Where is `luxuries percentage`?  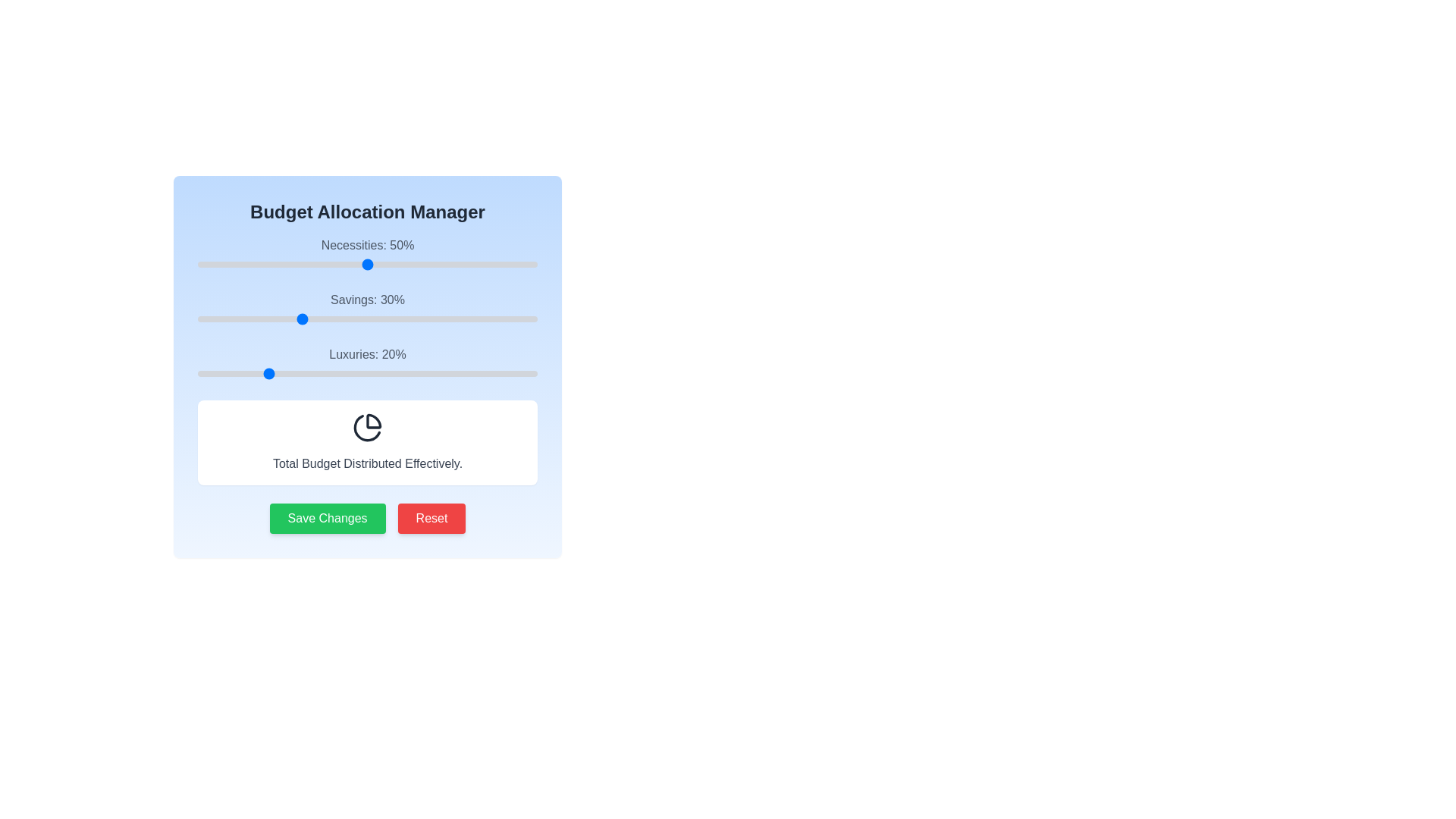
luxuries percentage is located at coordinates (458, 374).